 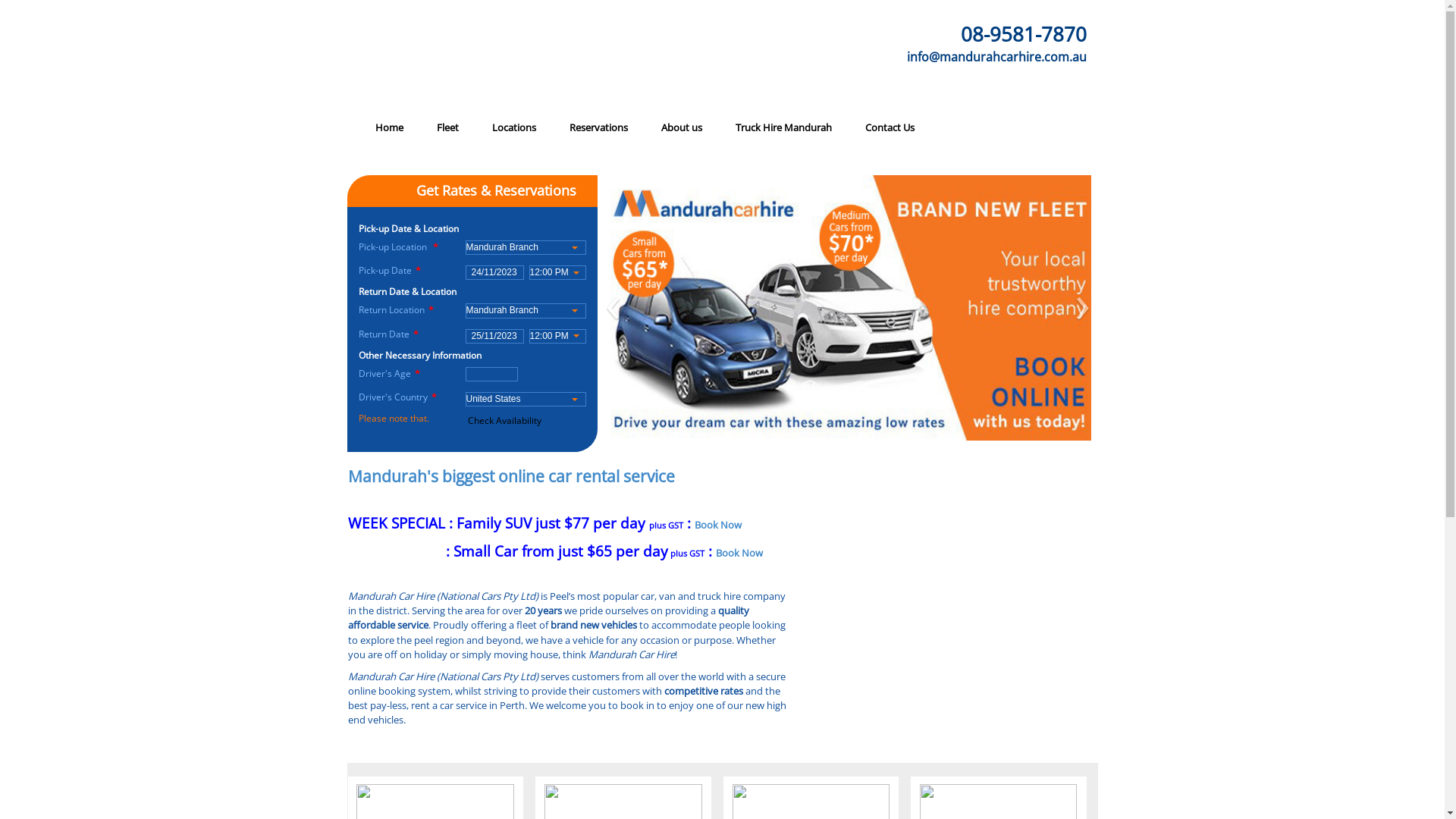 I want to click on 'Check Availability', so click(x=504, y=420).